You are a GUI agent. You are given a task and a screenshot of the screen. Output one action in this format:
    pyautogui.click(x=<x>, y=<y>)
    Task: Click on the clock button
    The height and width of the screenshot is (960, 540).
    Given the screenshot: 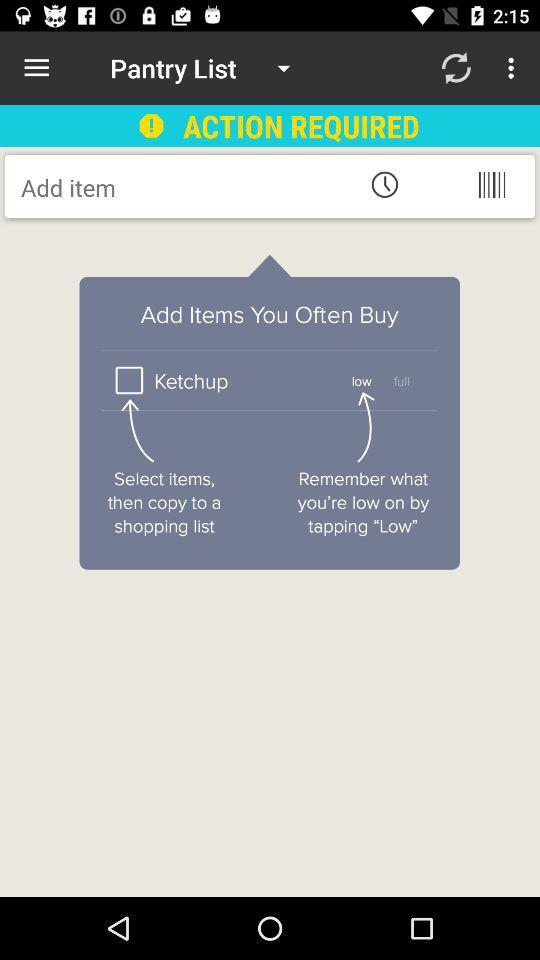 What is the action you would take?
    pyautogui.click(x=384, y=184)
    